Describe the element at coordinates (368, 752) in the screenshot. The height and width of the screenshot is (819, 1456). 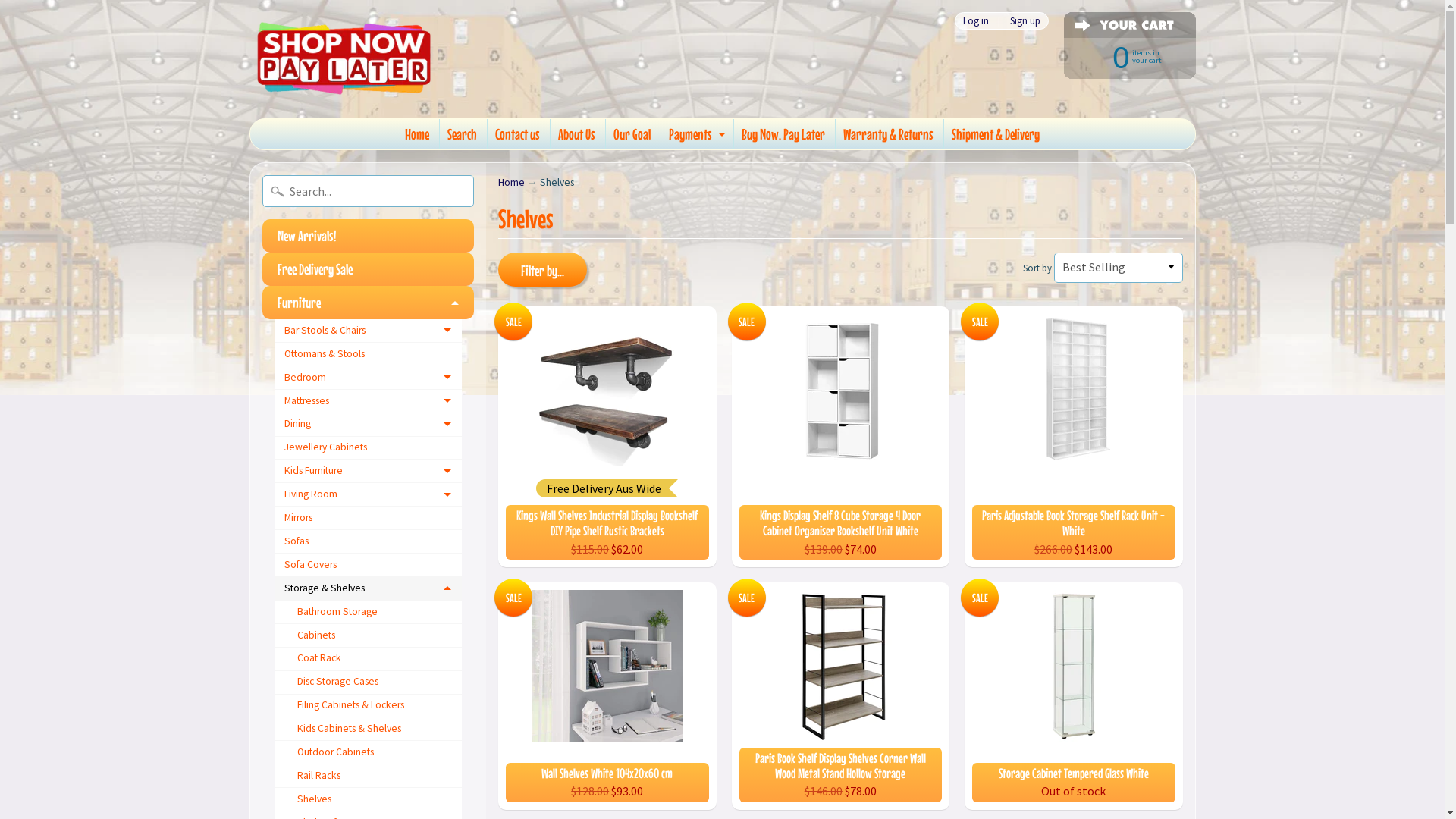
I see `'Outdoor Cabinets'` at that location.